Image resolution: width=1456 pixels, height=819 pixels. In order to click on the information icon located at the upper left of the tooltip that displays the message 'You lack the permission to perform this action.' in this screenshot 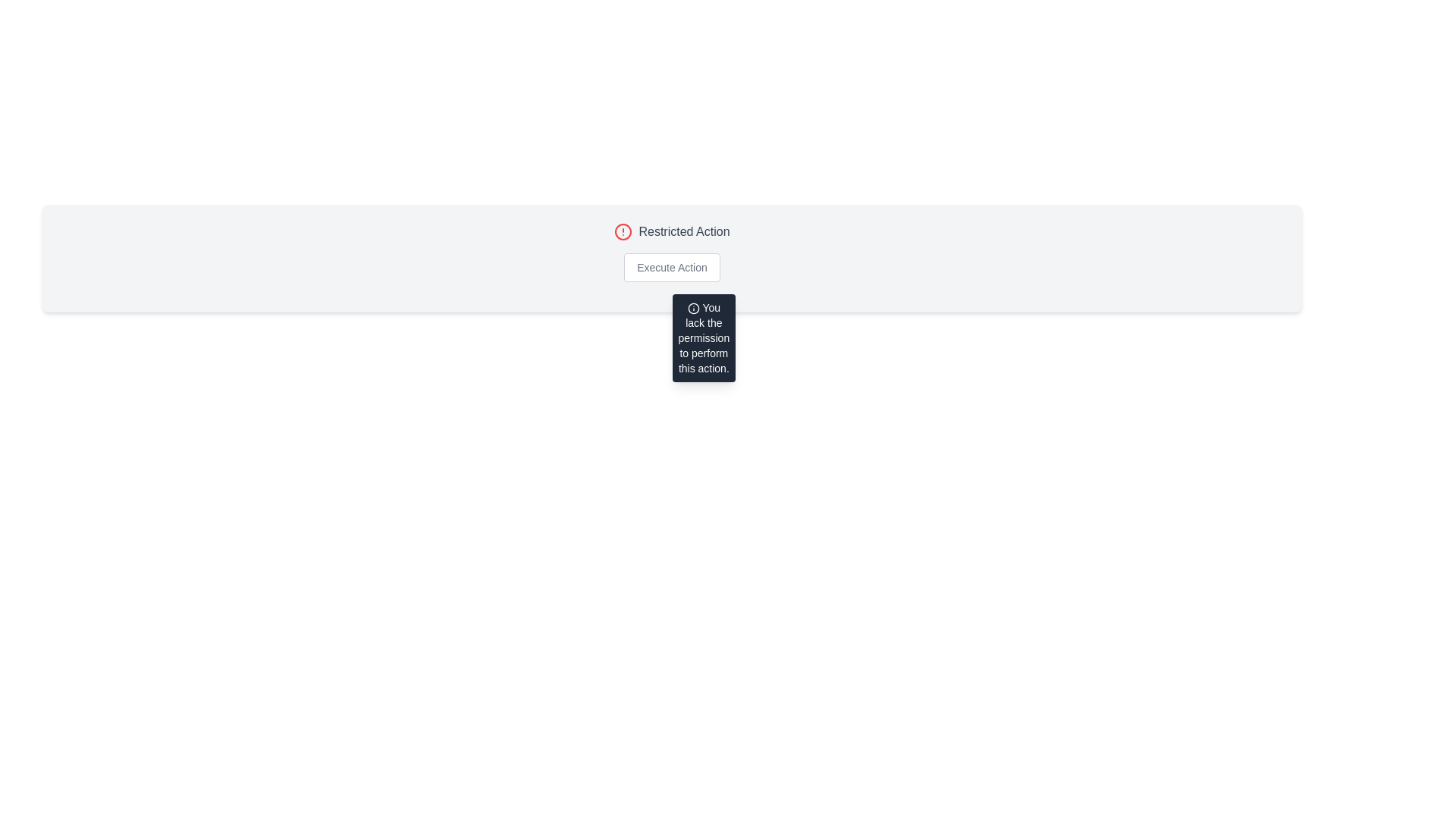, I will do `click(692, 308)`.